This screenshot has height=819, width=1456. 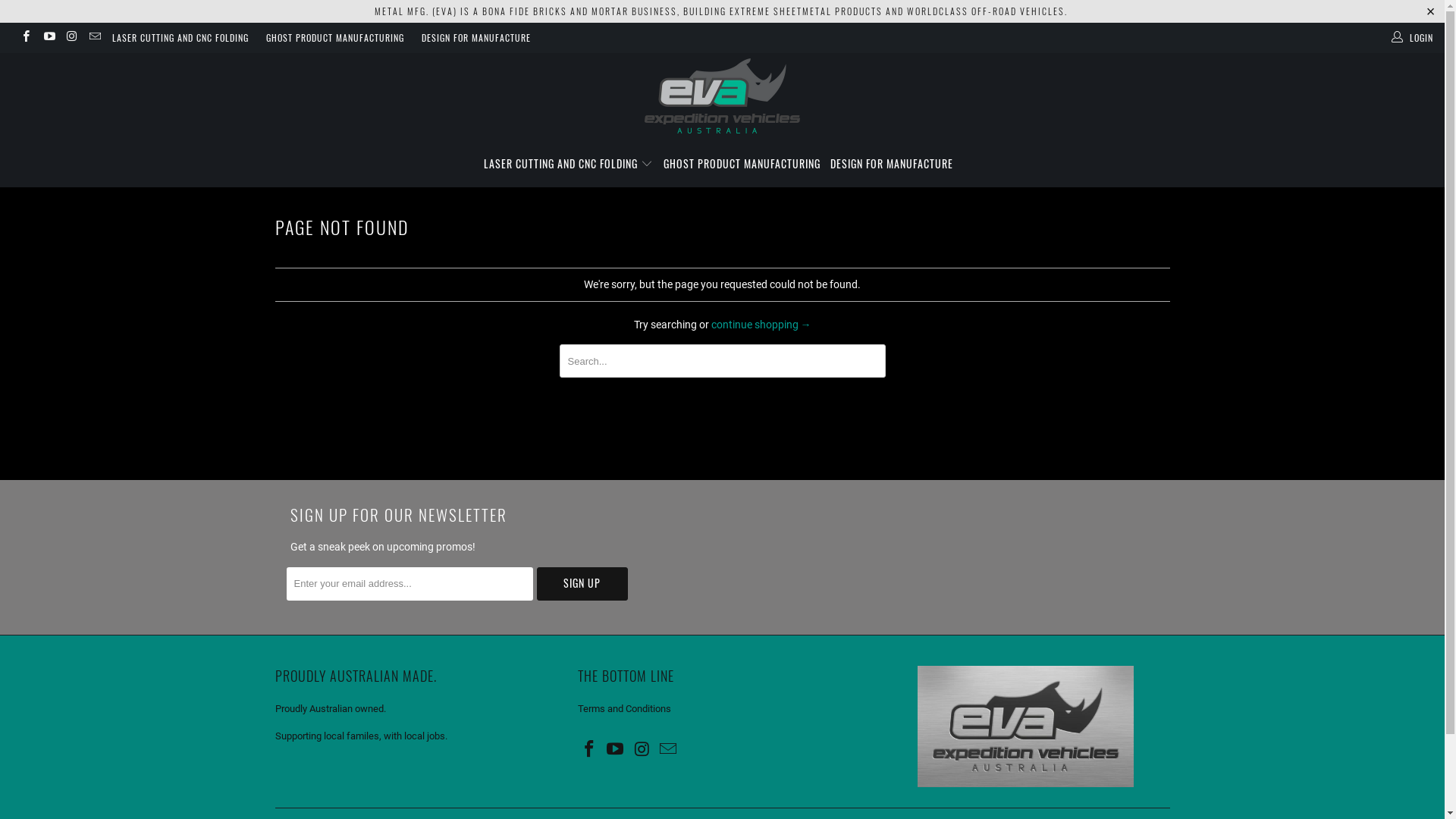 What do you see at coordinates (829, 164) in the screenshot?
I see `'DESIGN FOR MANUFACTURE'` at bounding box center [829, 164].